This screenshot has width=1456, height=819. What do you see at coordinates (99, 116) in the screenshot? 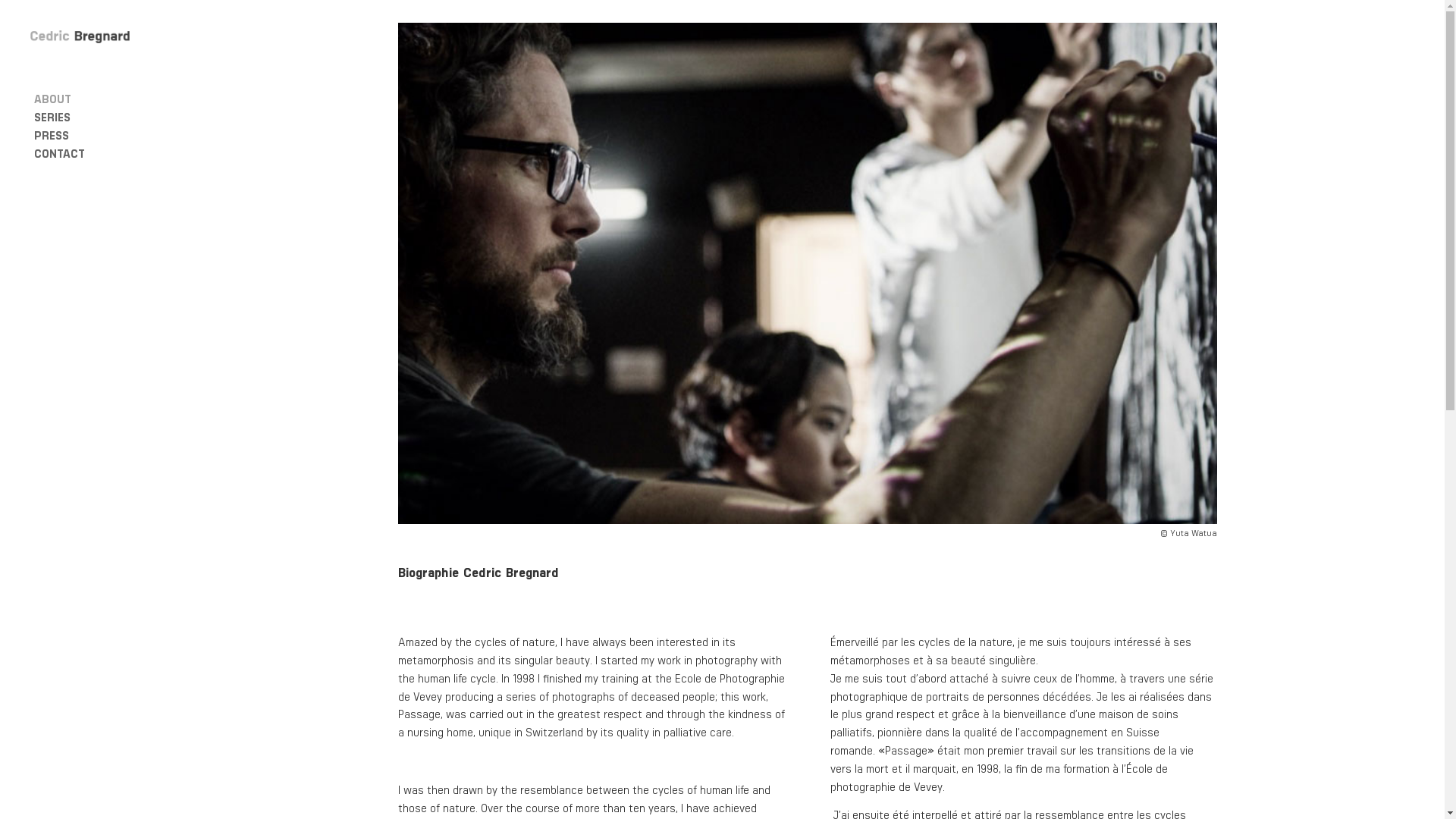
I see `'SERIES'` at bounding box center [99, 116].